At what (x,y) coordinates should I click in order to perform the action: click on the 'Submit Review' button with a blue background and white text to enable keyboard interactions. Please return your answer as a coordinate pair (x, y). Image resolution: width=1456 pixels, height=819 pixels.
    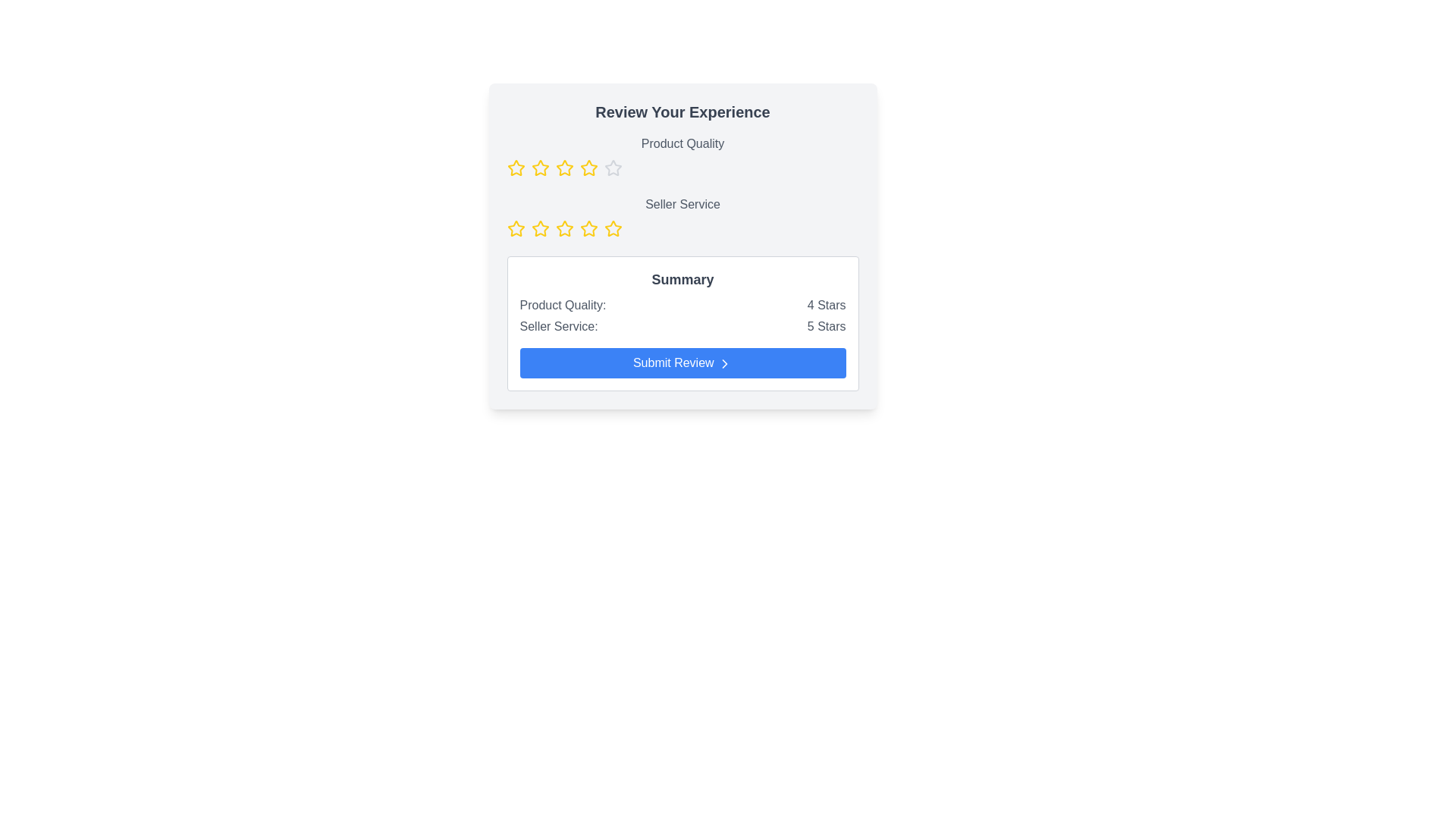
    Looking at the image, I should click on (682, 362).